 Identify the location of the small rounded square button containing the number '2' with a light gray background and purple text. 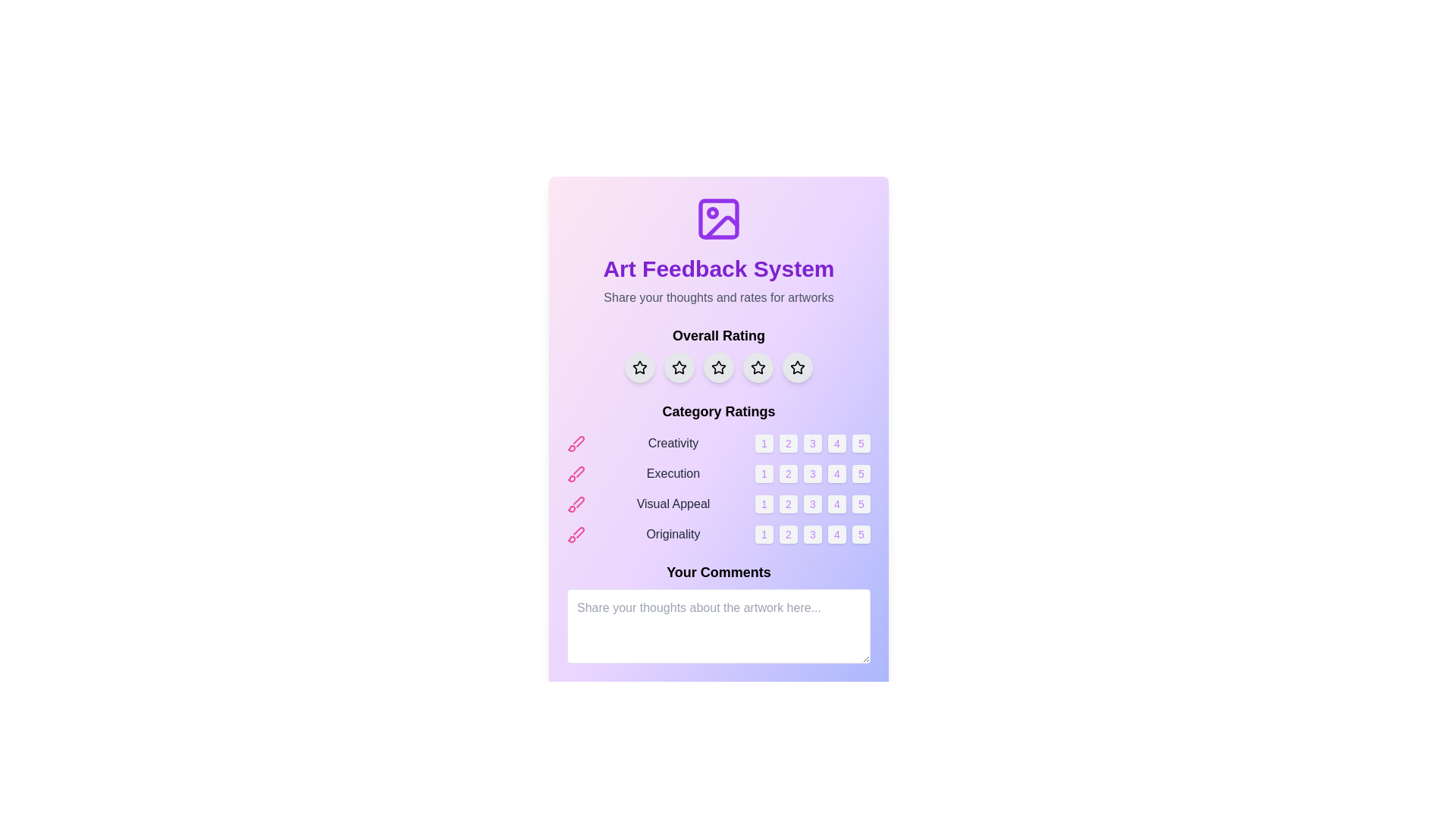
(789, 534).